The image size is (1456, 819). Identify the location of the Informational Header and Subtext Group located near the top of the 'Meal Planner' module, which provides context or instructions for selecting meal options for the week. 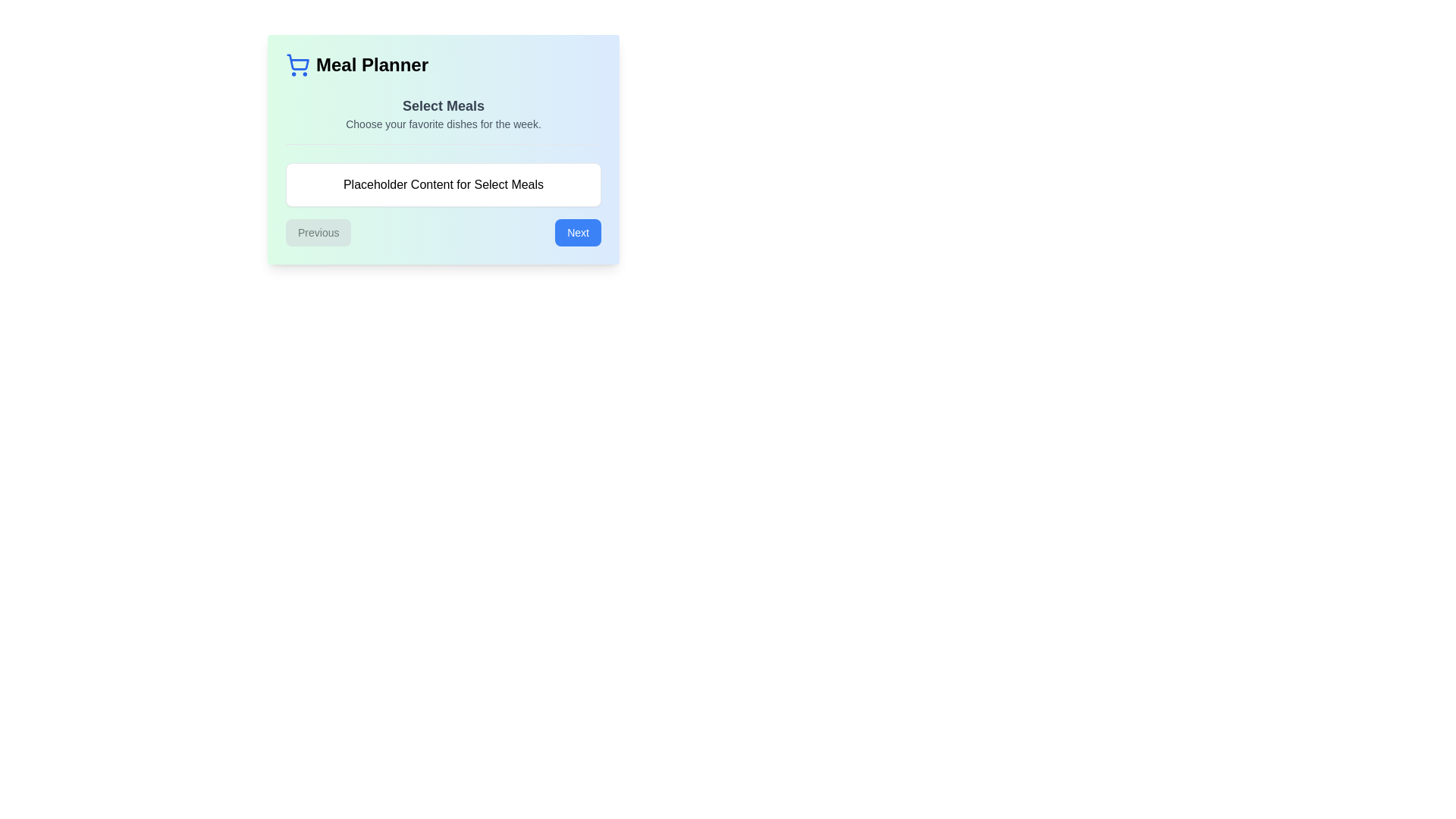
(443, 119).